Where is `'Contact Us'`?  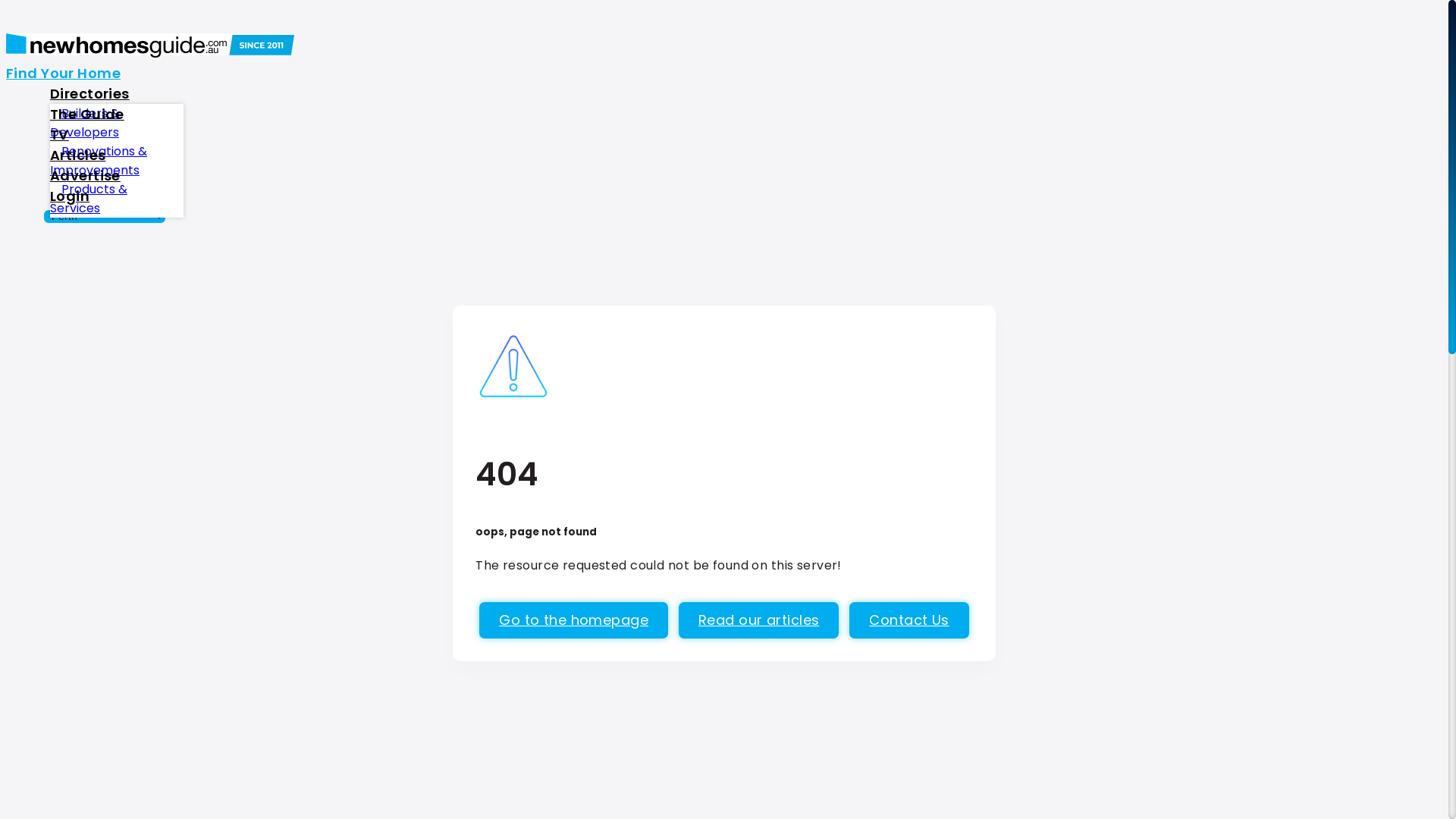
'Contact Us' is located at coordinates (908, 620).